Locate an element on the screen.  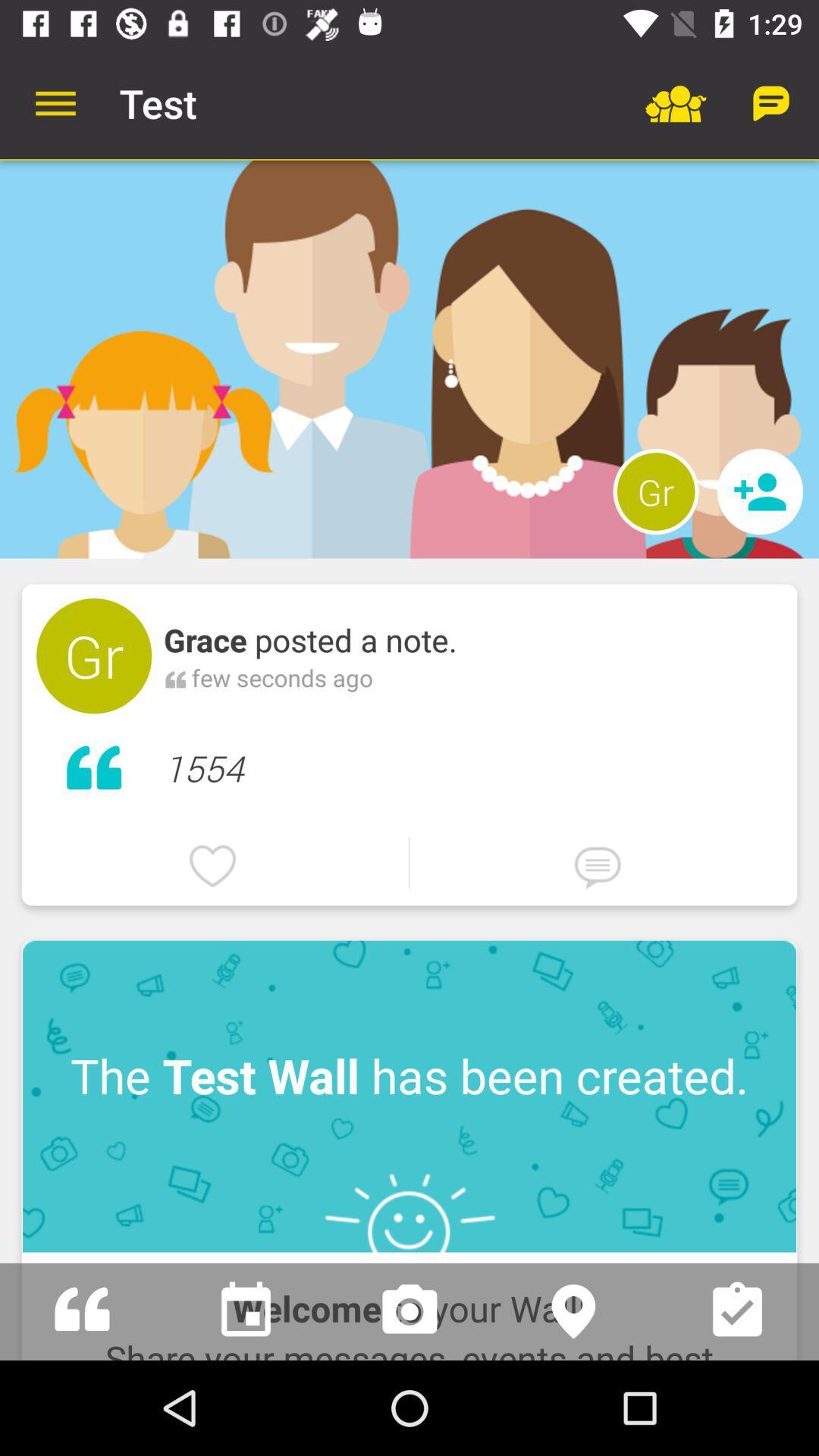
item to the left of the test app is located at coordinates (55, 102).